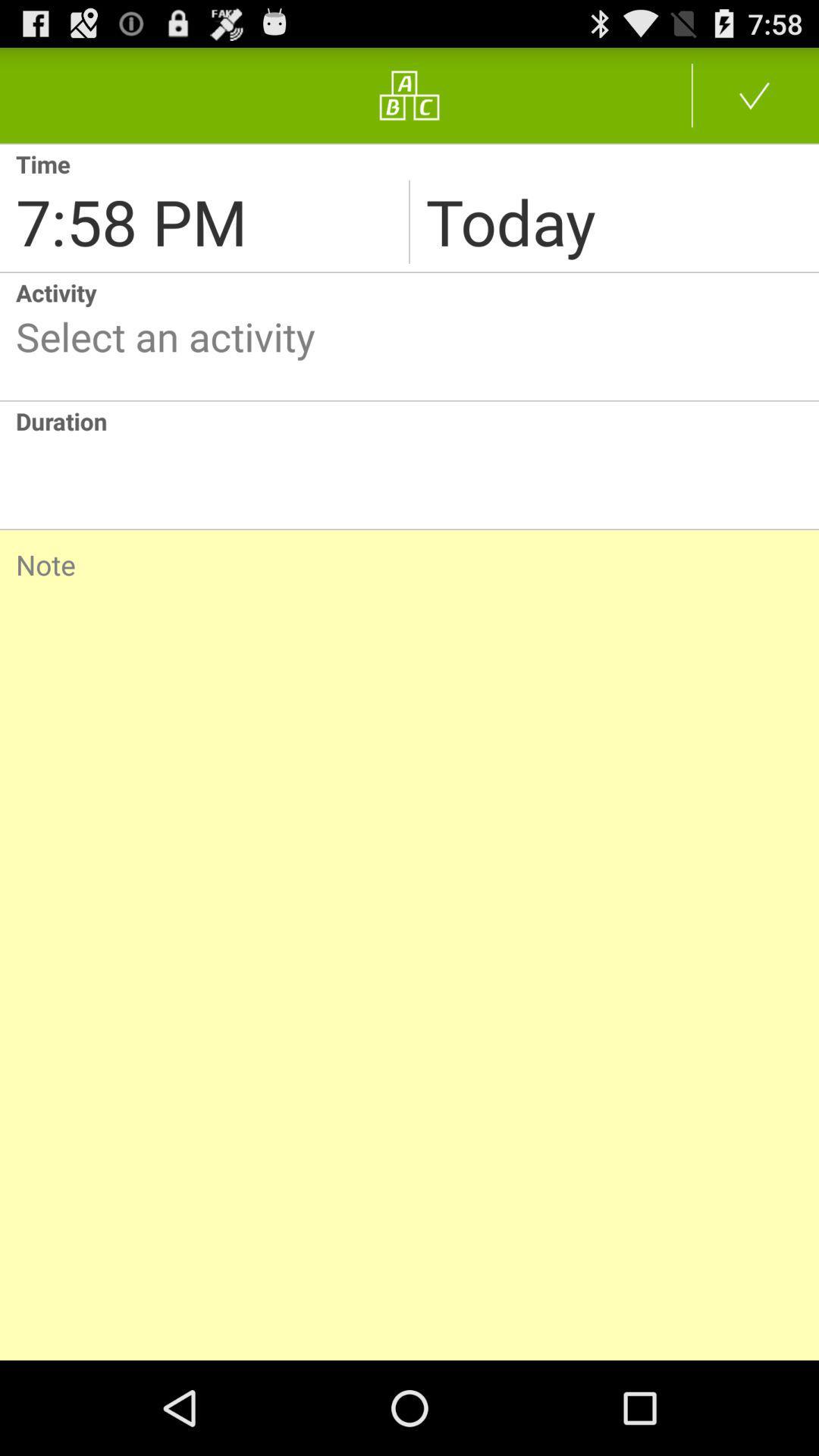 This screenshot has height=1456, width=819. I want to click on the check icon, so click(755, 101).